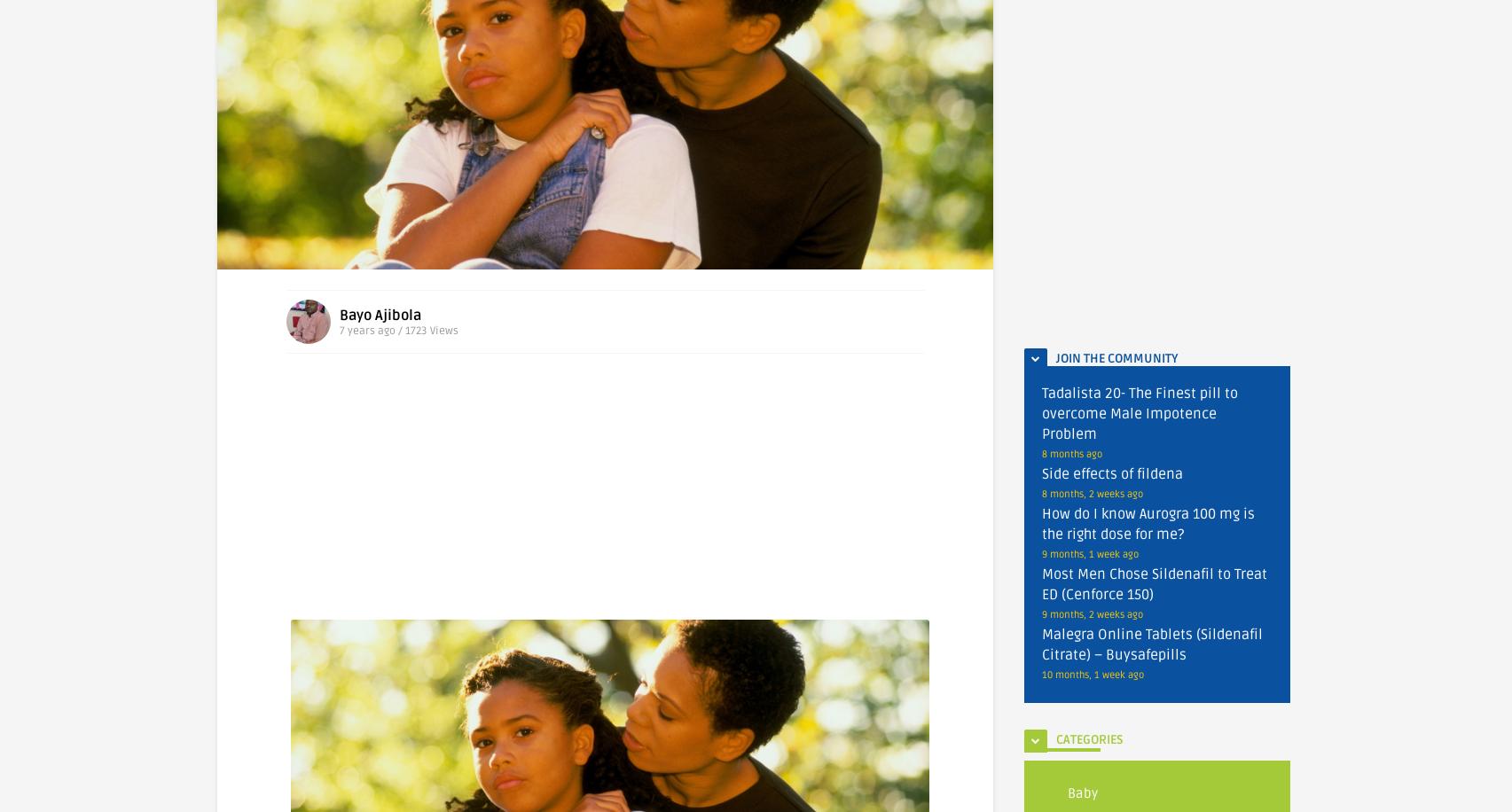 The width and height of the screenshot is (1512, 812). What do you see at coordinates (1093, 493) in the screenshot?
I see `'8 months, 2 weeks ago'` at bounding box center [1093, 493].